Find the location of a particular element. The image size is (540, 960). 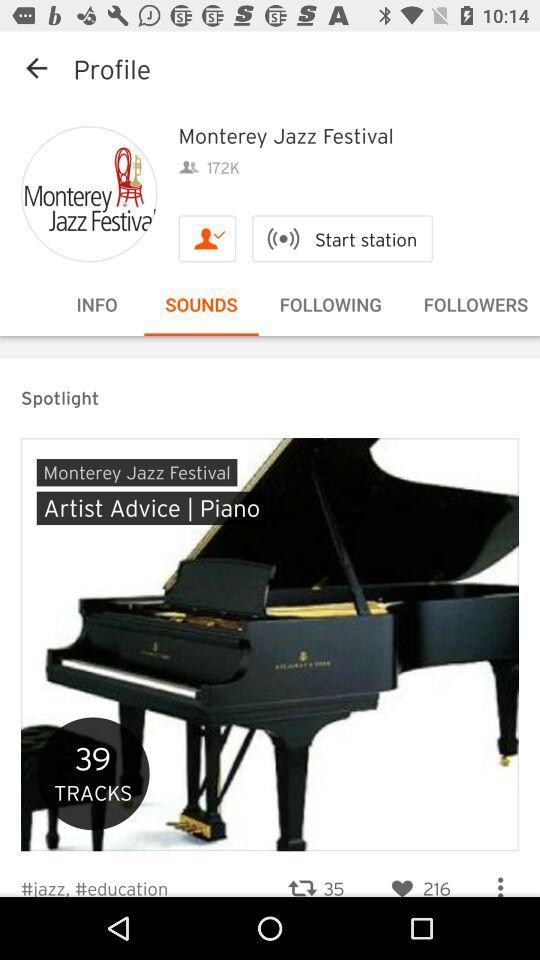

icon below info item is located at coordinates (270, 336).